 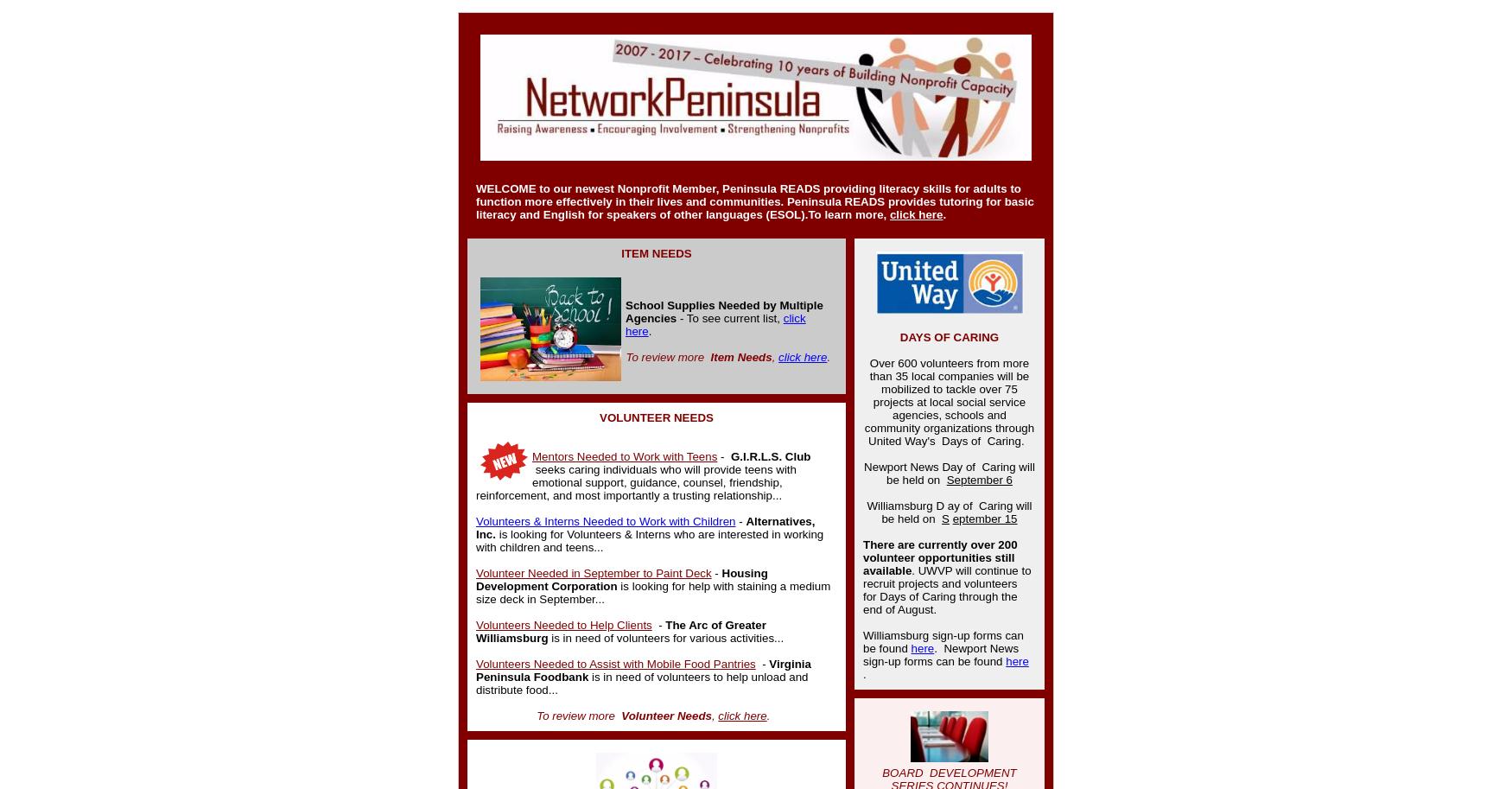 I want to click on 'VOLUNTEER NEEDS', so click(x=600, y=417).